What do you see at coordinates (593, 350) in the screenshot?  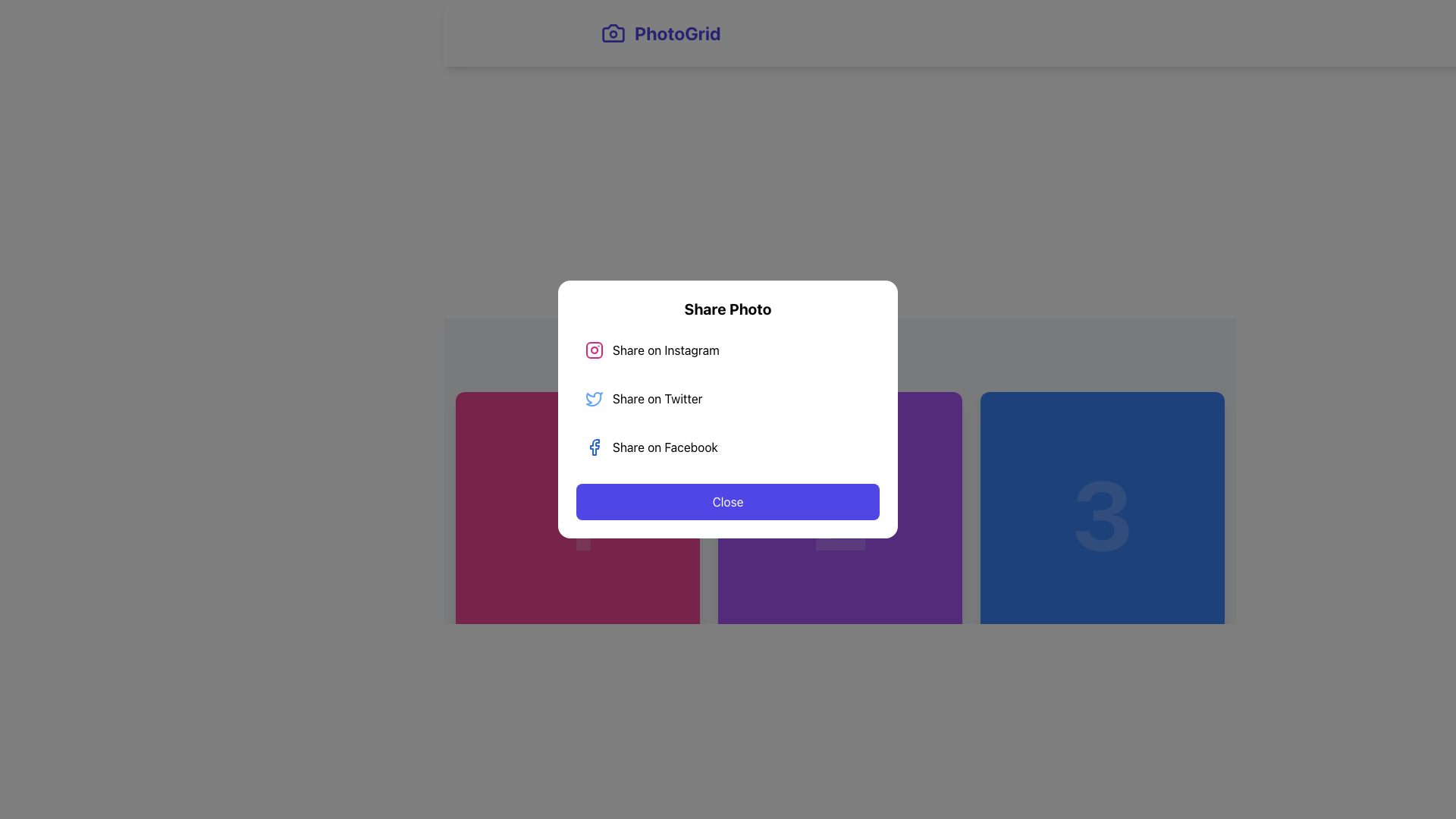 I see `the pink rounded rectangle icon that resembles an Instagram icon located in the top row of the options modal, to the left of the 'Share on Instagram' text for tooltip or visual feedback` at bounding box center [593, 350].